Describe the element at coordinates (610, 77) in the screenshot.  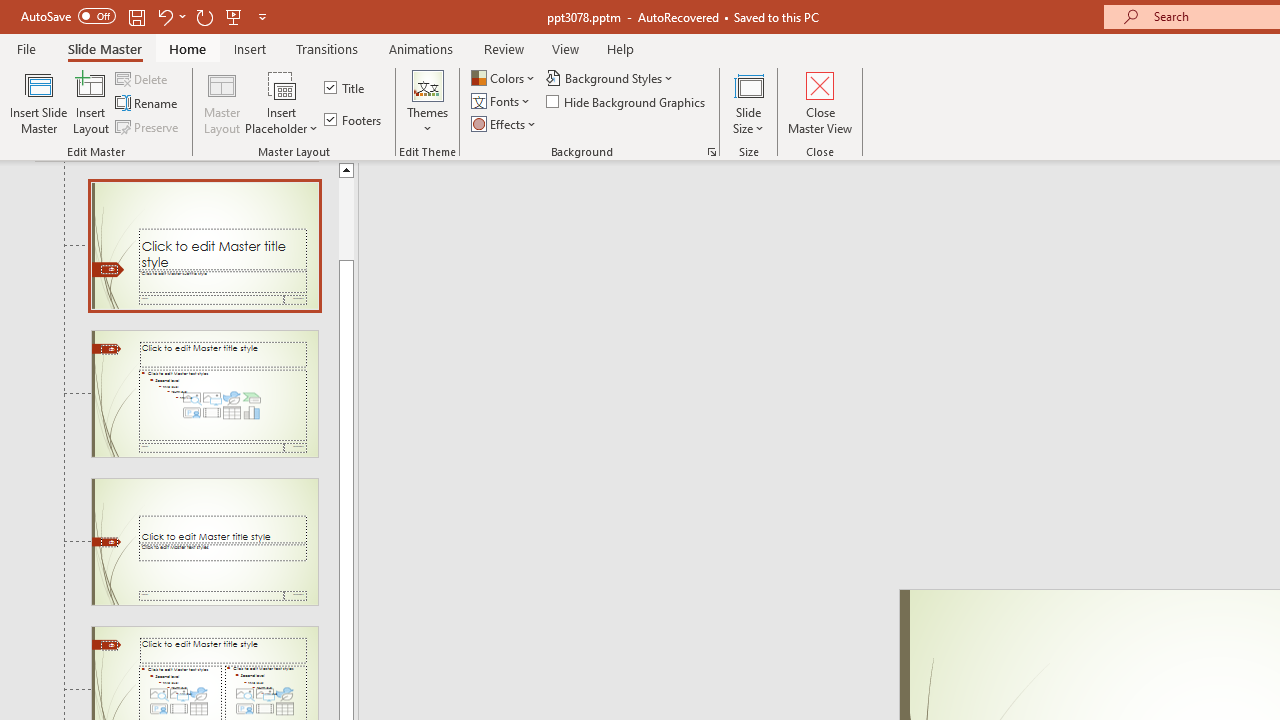
I see `'Background Styles'` at that location.